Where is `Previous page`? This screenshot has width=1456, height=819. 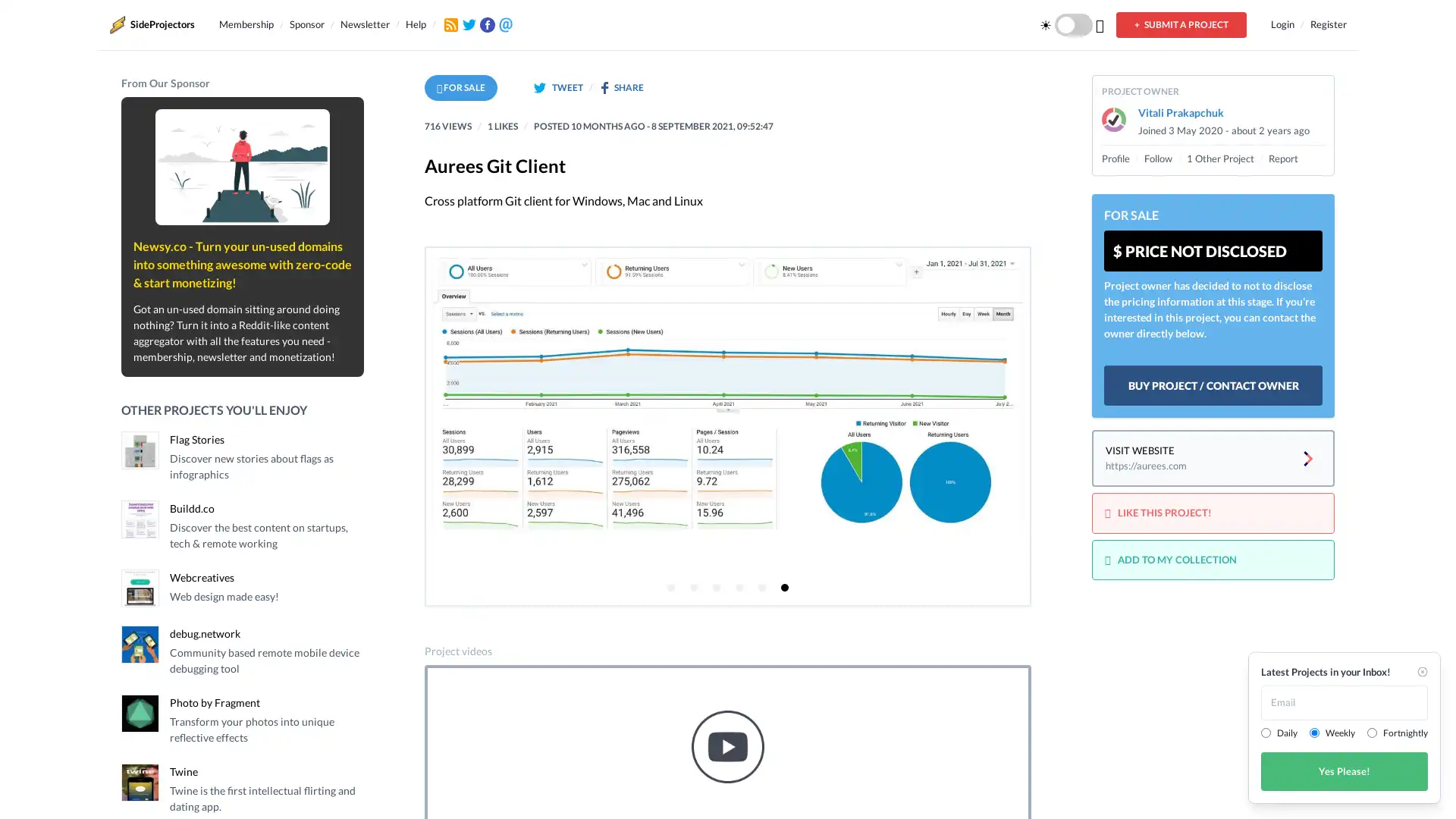
Previous page is located at coordinates (425, 426).